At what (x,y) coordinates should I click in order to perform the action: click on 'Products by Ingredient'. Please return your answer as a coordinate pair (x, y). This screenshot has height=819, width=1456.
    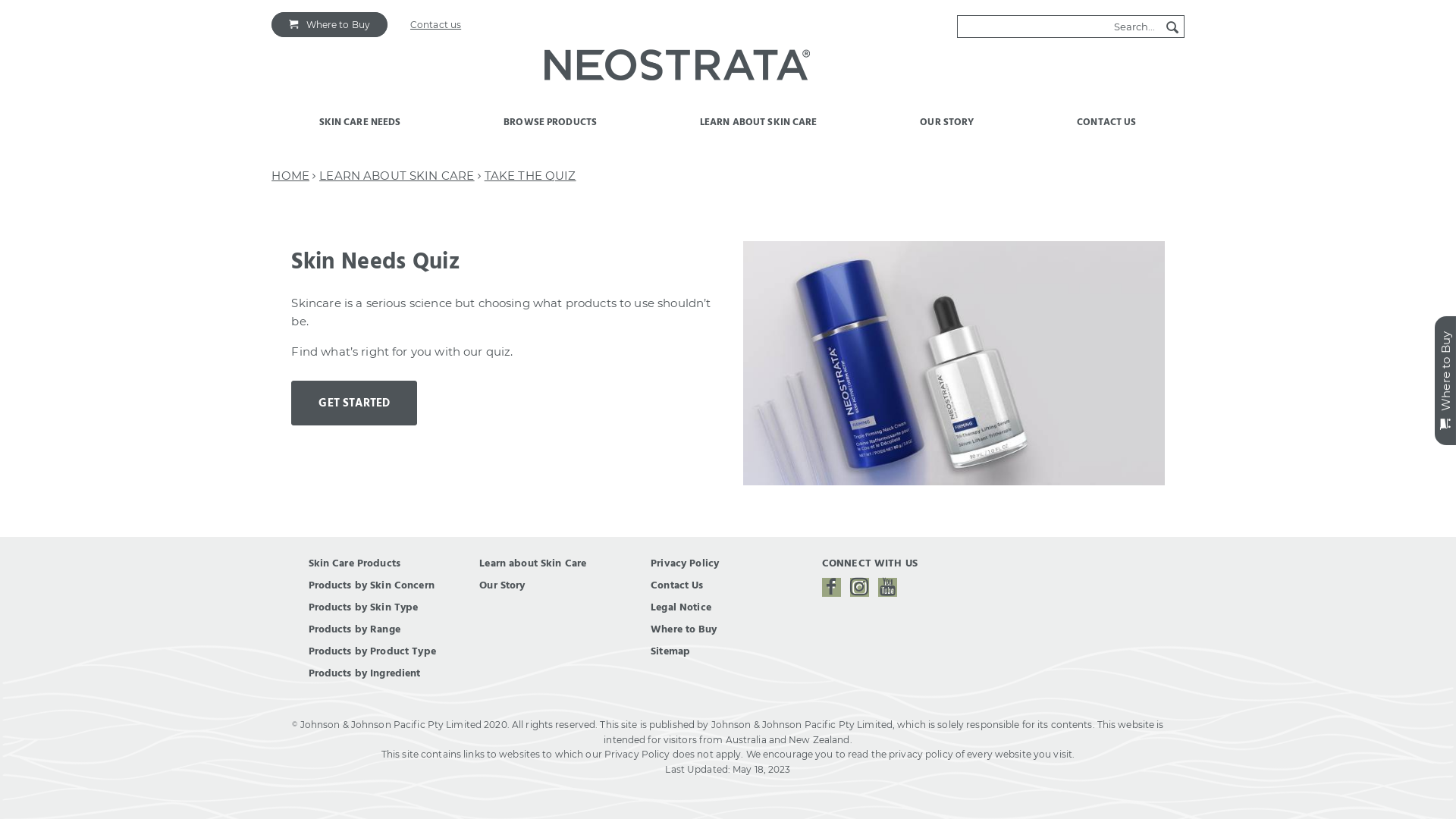
    Looking at the image, I should click on (364, 672).